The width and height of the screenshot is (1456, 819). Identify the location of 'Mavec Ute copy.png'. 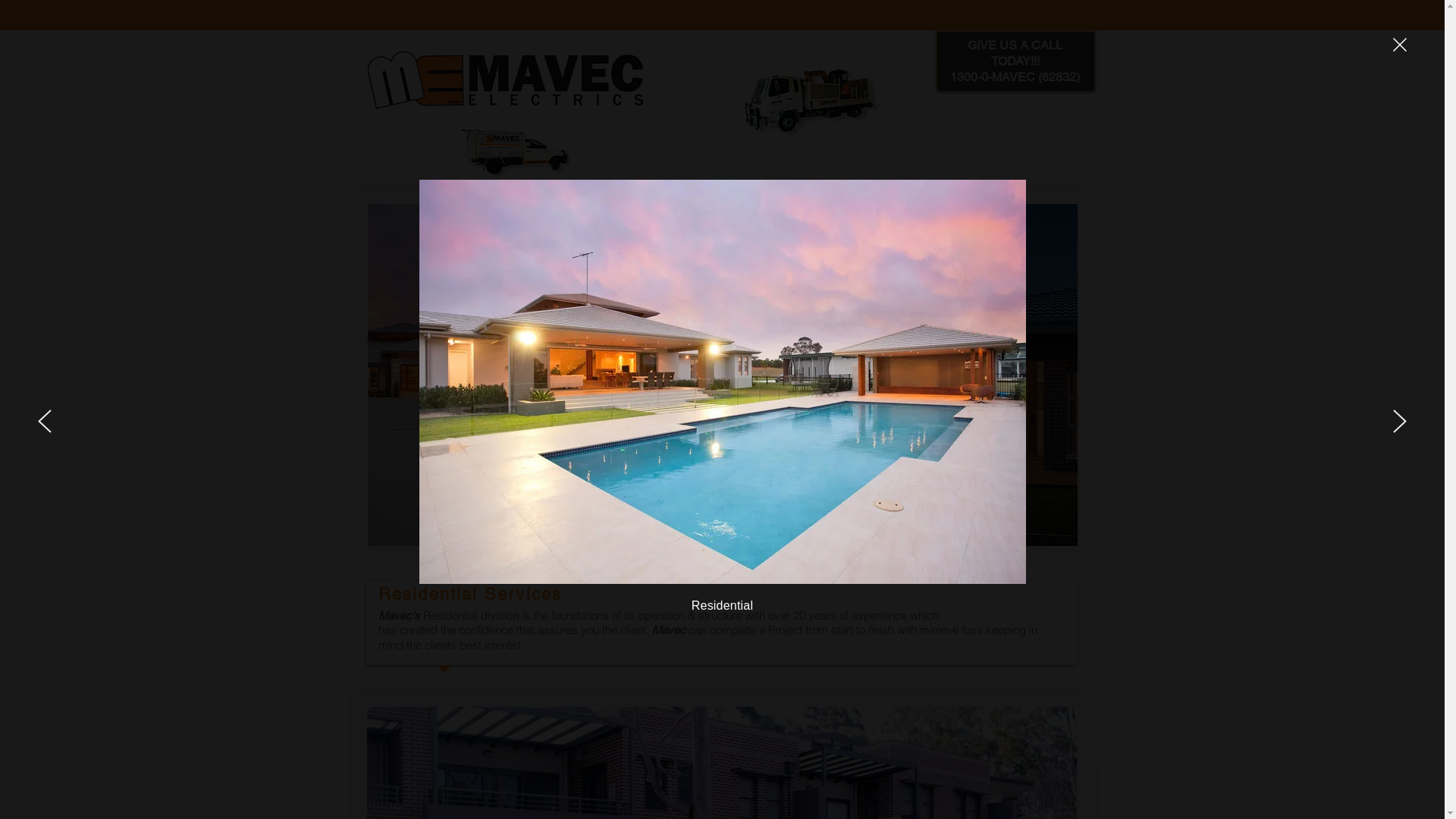
(447, 152).